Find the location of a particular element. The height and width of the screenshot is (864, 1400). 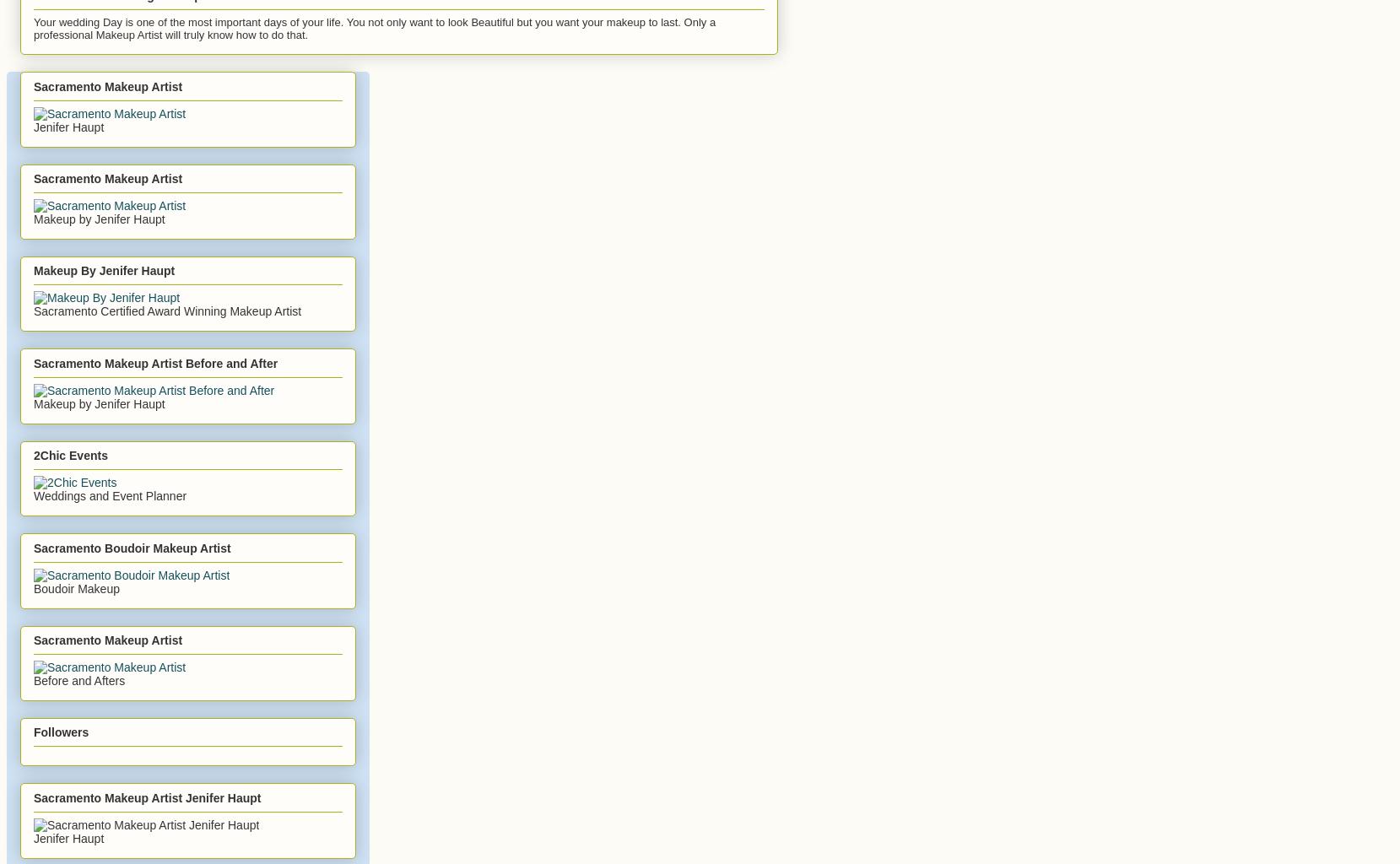

'Your wedding Day is one of the most important days of your life. You not only want to look Beautiful but you want your makeup to last. Only a professional Makeup Artist will truly know how to do that.' is located at coordinates (374, 28).